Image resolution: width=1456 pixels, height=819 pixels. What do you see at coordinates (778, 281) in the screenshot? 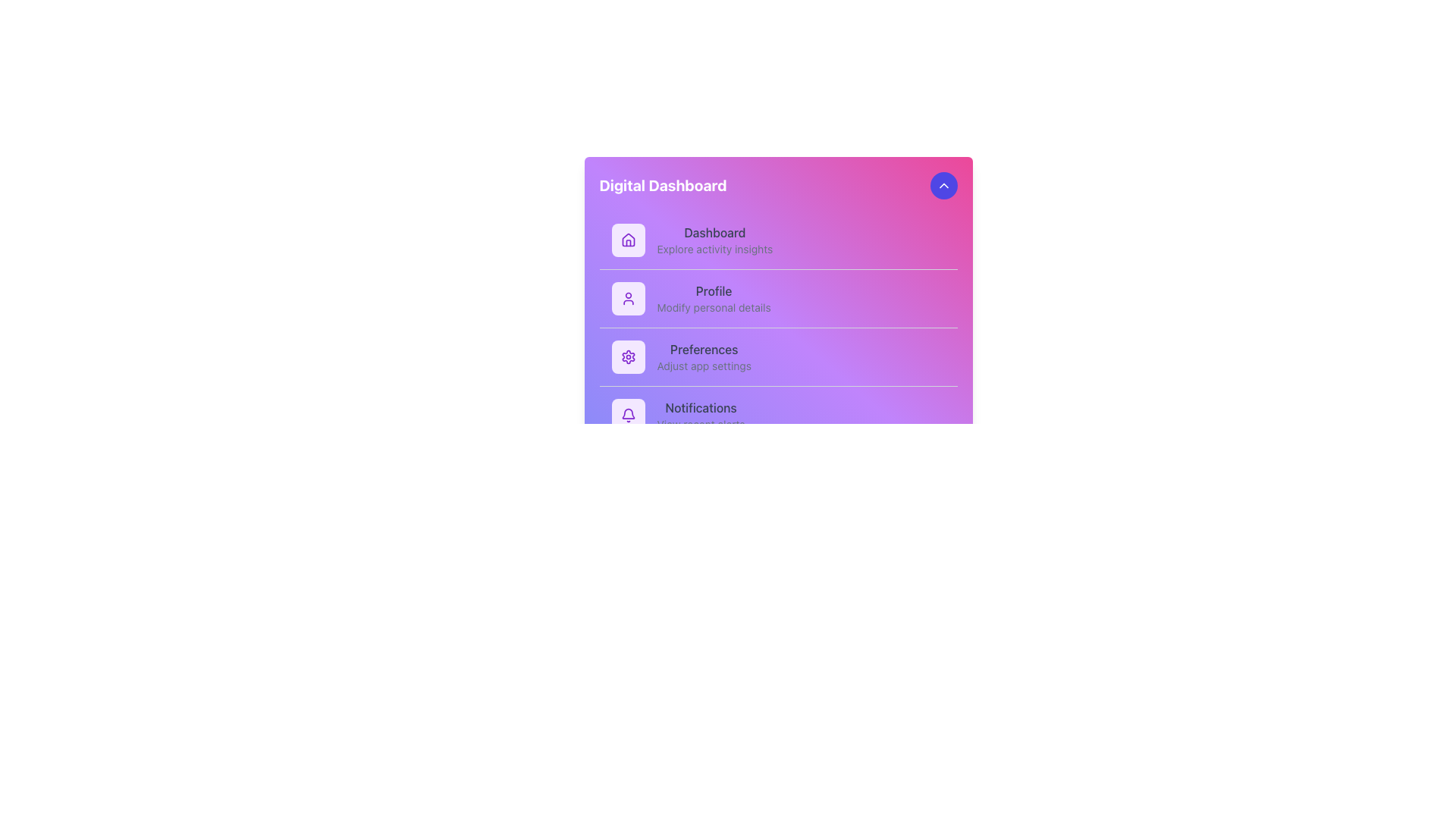
I see `the Navigation Link with a purple gradient background that contains items like 'Dashboard', 'Profile', 'Preferences', and 'Notifications'` at bounding box center [778, 281].